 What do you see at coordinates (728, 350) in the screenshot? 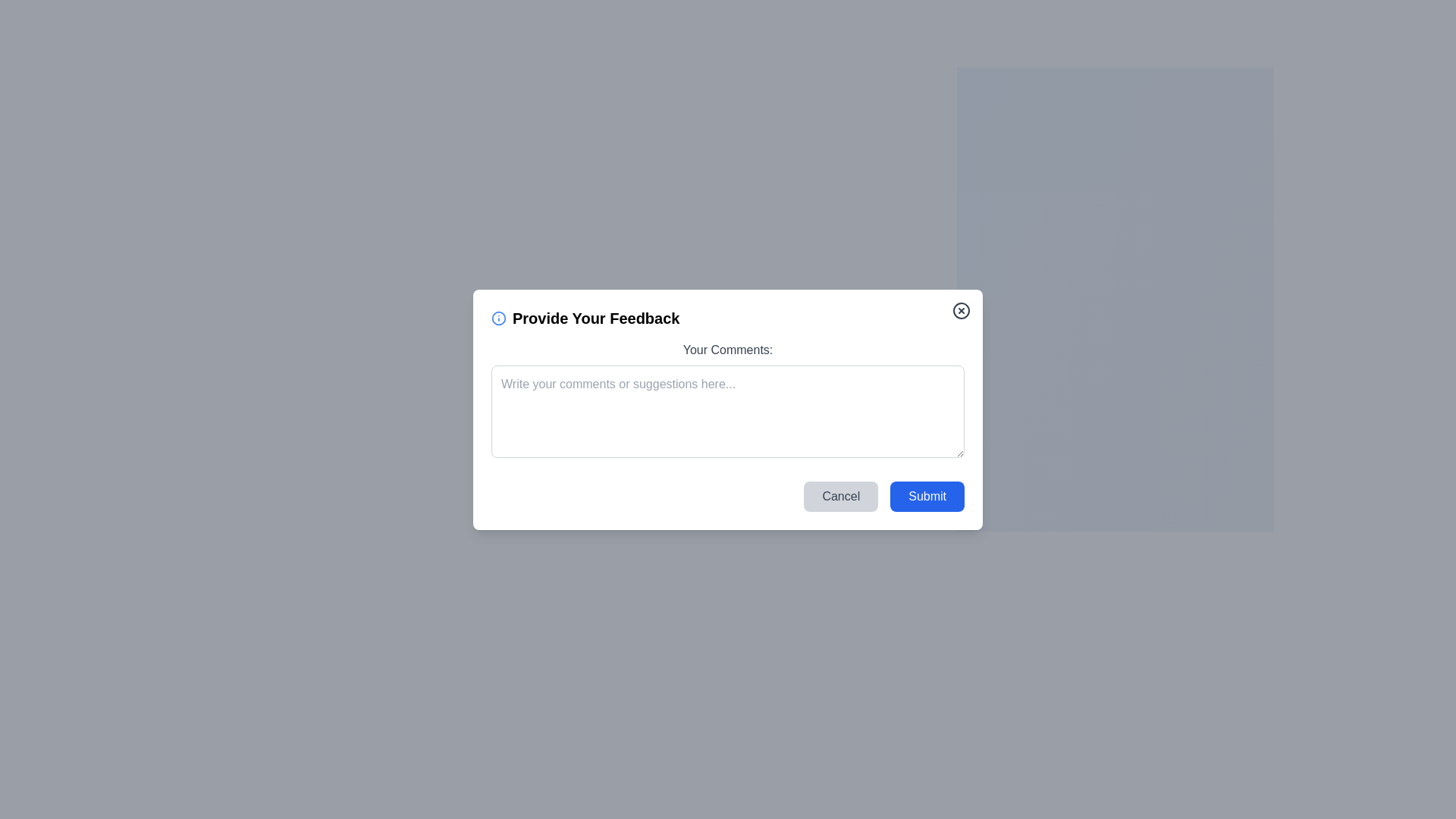
I see `the label text 'Your Comments:' which is styled in gray and located above the input text area in a centered modal dialog` at bounding box center [728, 350].